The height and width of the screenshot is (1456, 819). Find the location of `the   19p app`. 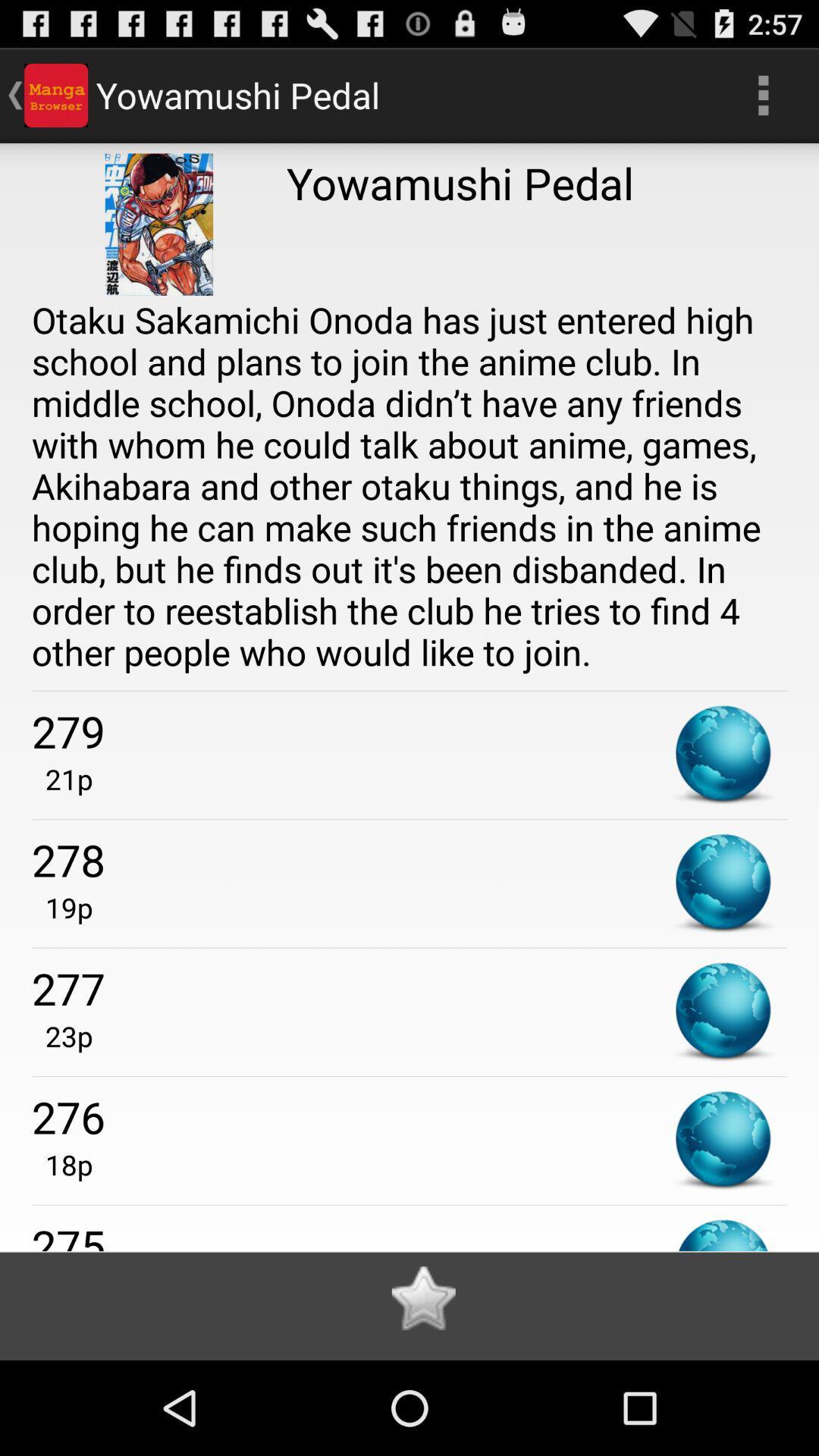

the   19p app is located at coordinates (61, 907).